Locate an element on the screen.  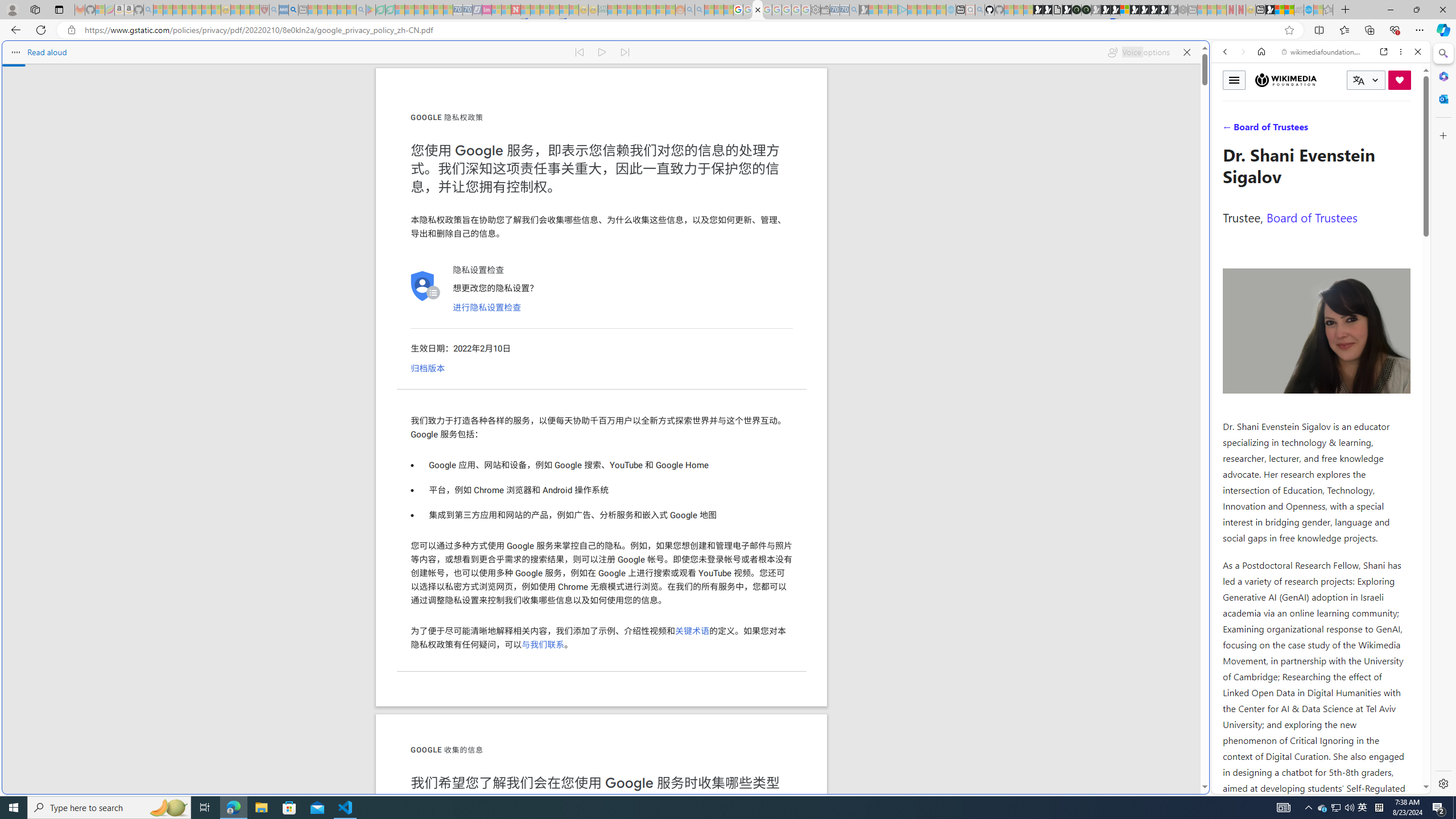
'Terms of Use Agreement - Sleeping' is located at coordinates (380, 9).